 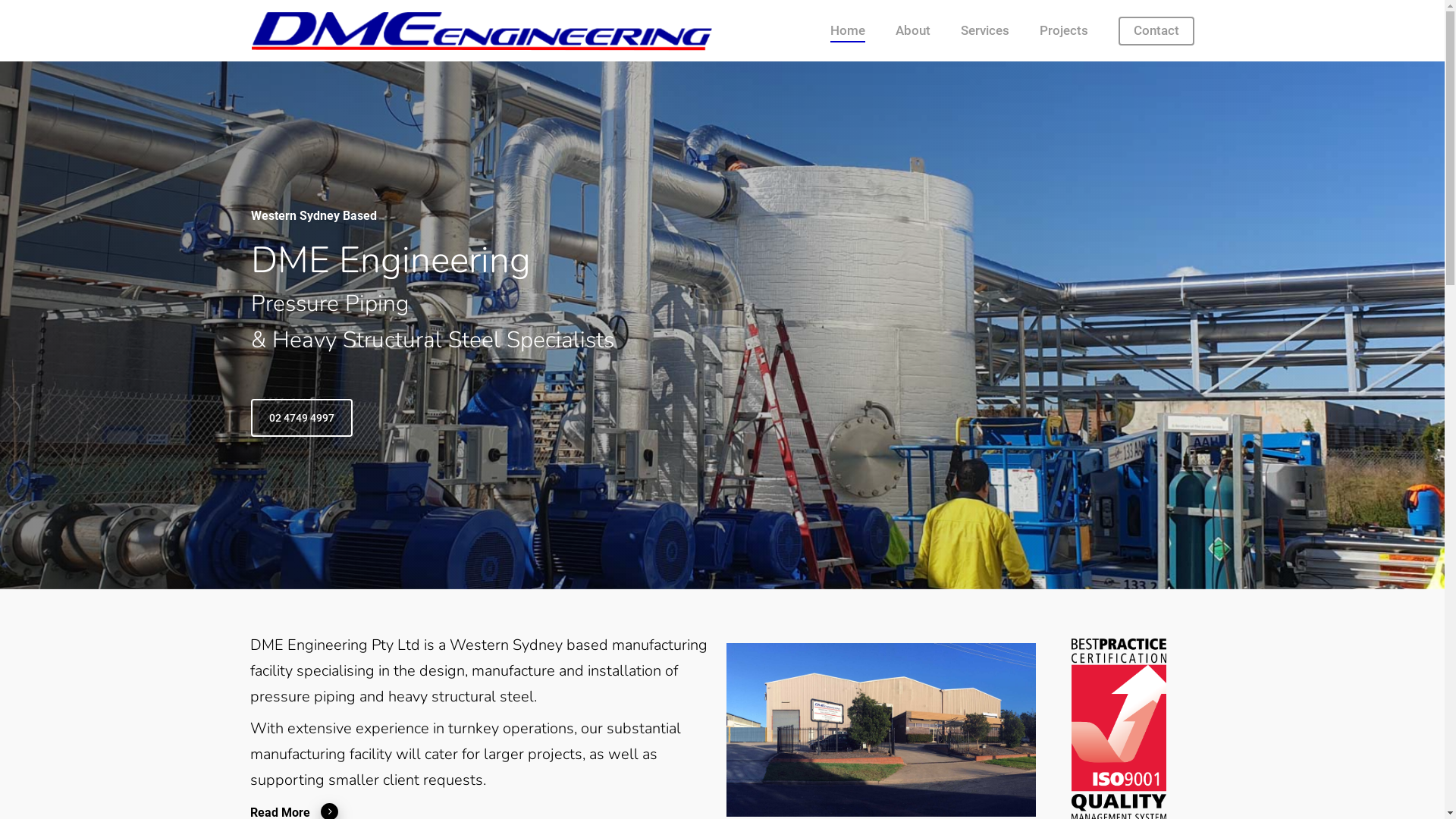 I want to click on 'Home', so click(x=847, y=30).